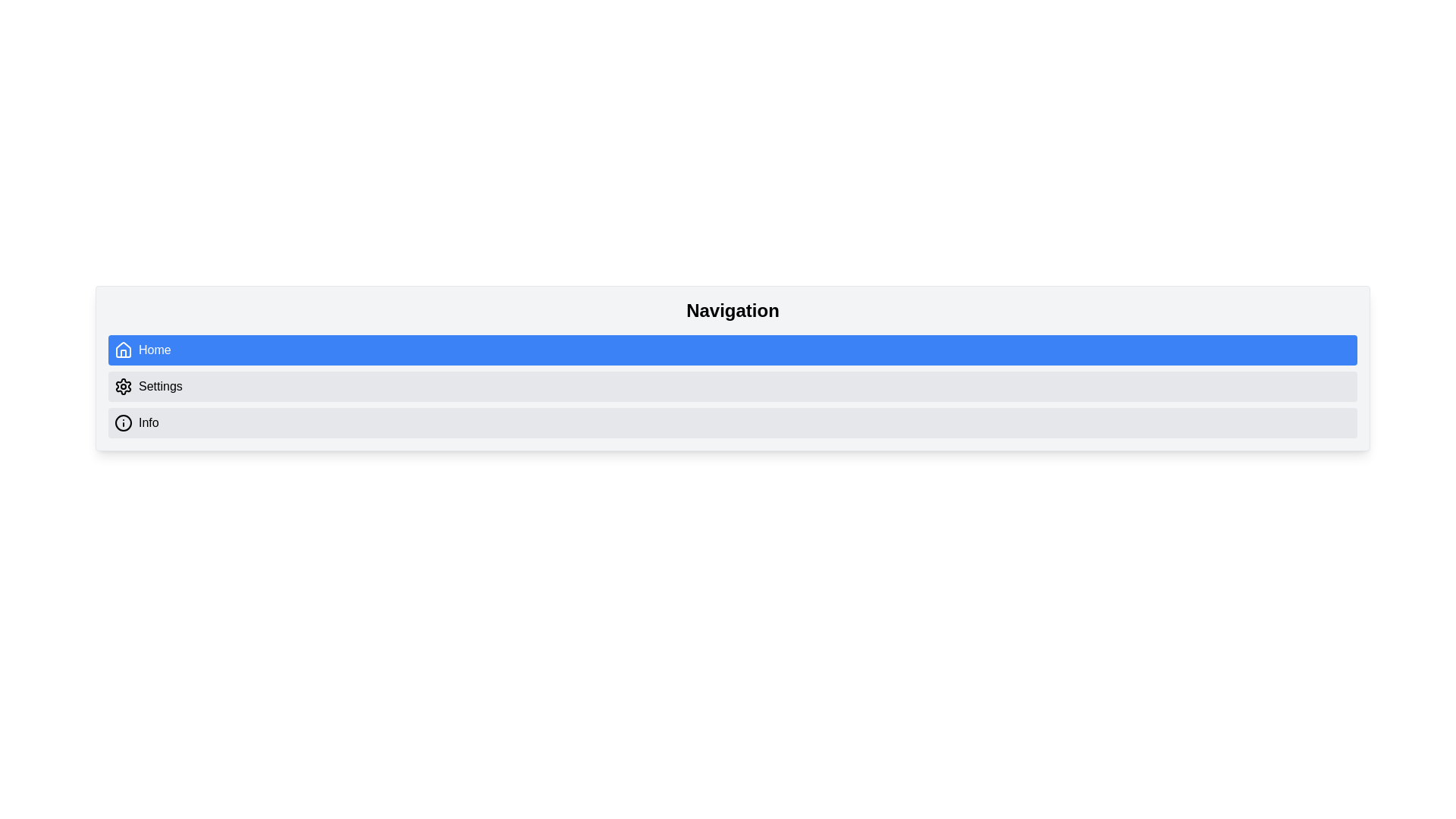  I want to click on the gear-shaped icon in the 'Settings' row, so click(124, 385).